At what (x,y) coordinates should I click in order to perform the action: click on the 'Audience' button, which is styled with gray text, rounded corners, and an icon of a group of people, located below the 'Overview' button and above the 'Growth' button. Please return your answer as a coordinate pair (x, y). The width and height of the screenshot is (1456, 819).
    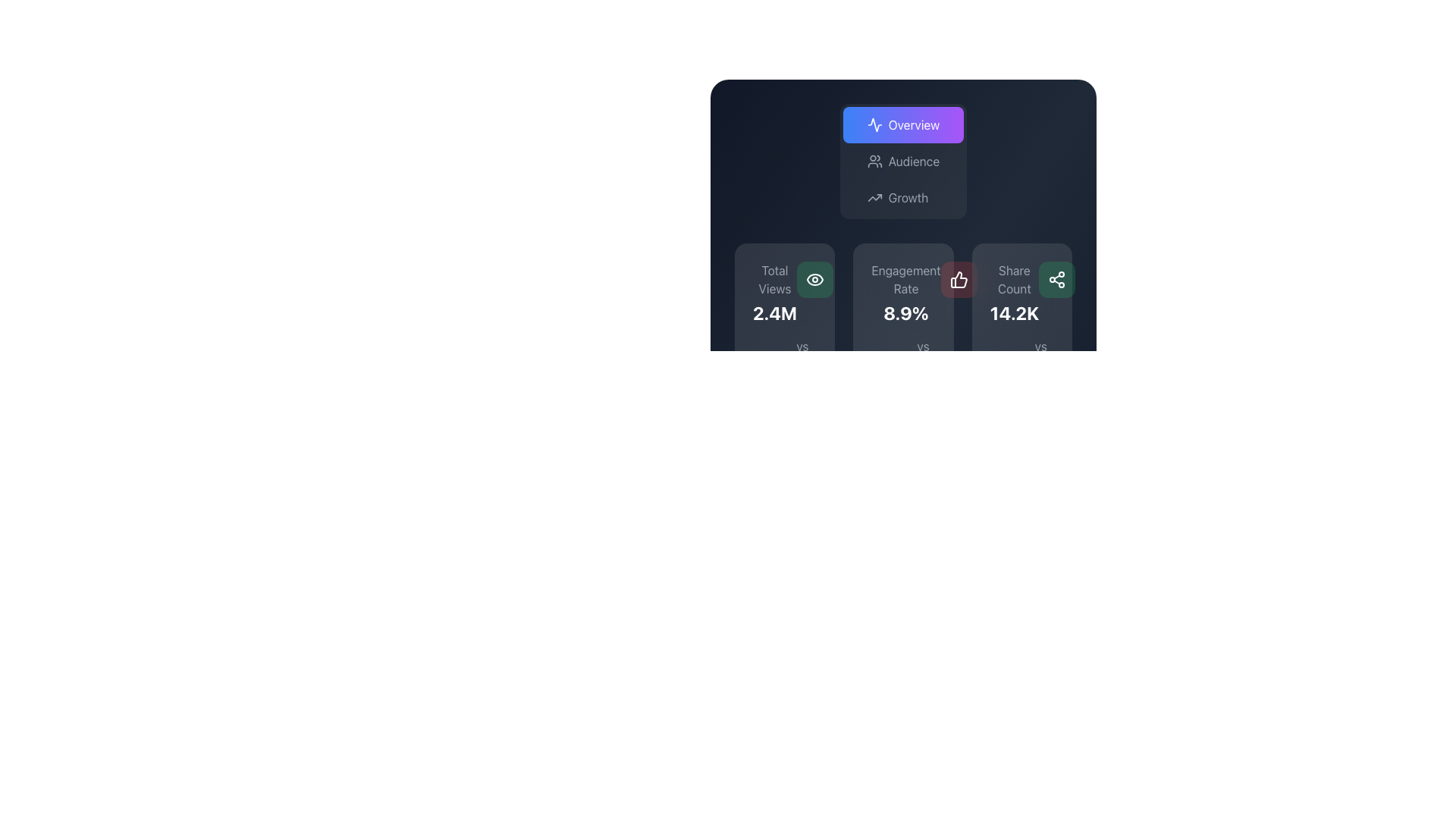
    Looking at the image, I should click on (902, 161).